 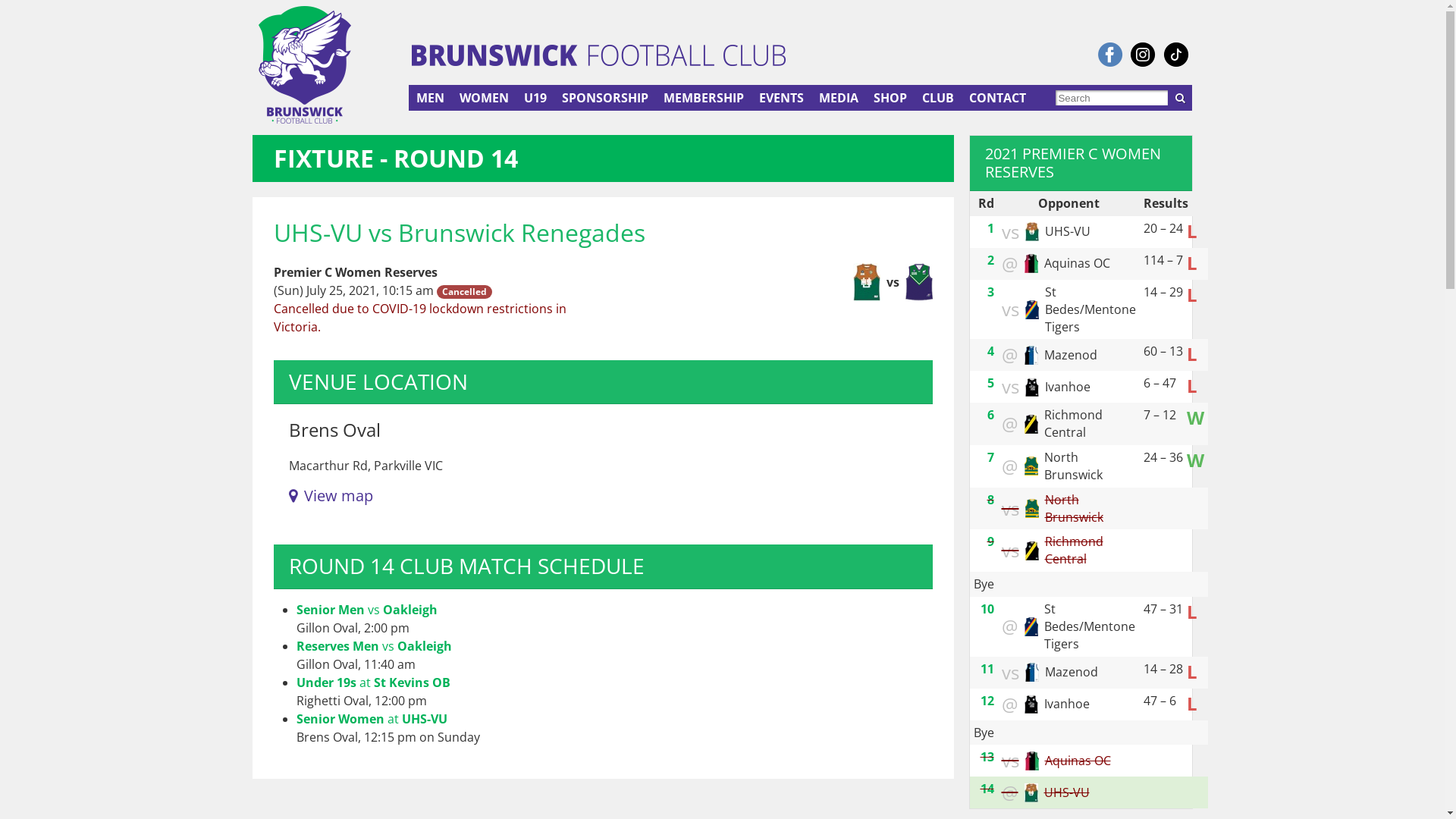 What do you see at coordinates (1031, 508) in the screenshot?
I see `'North Brunswick'` at bounding box center [1031, 508].